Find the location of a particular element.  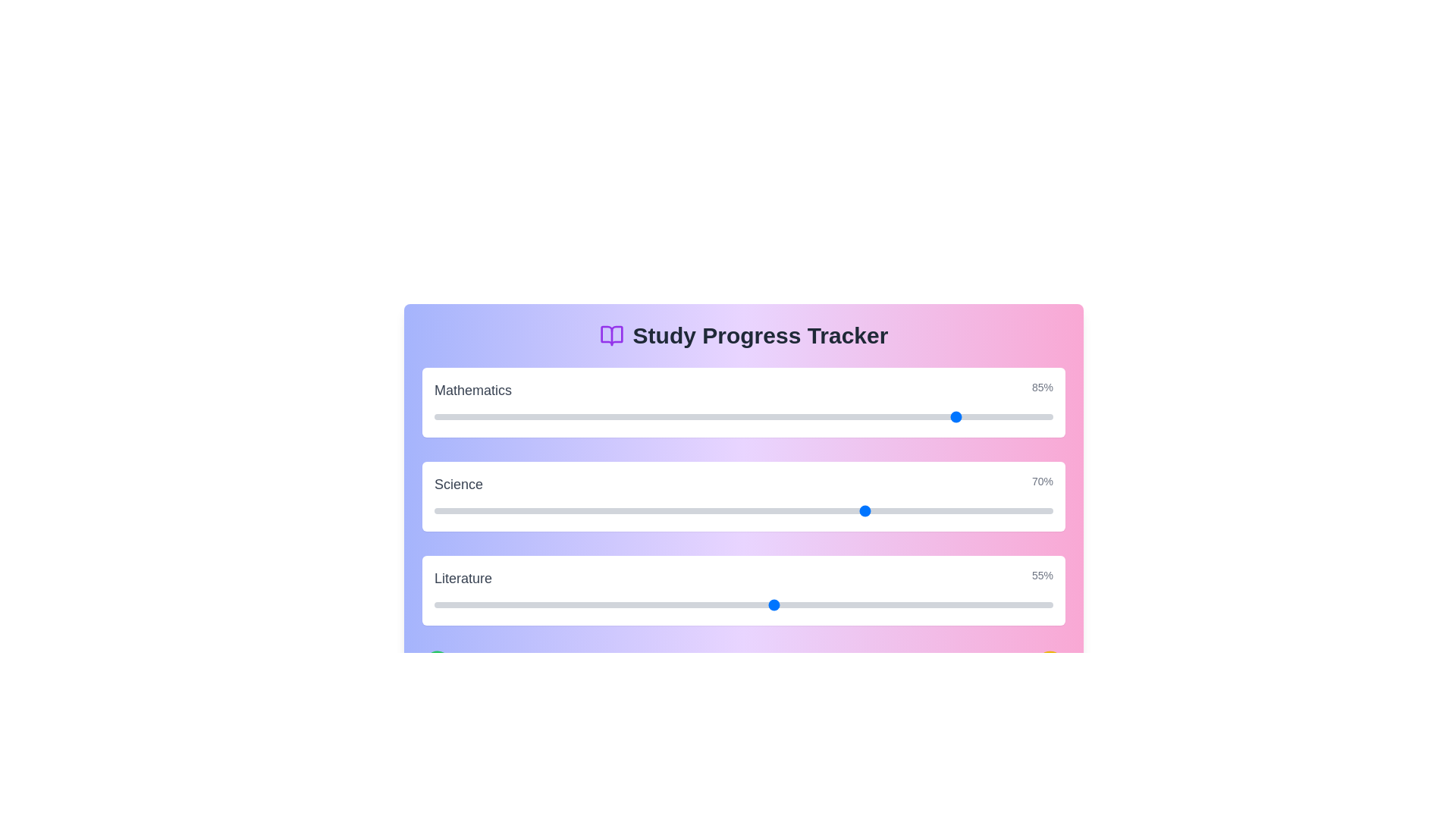

the Literature progress slider to 3% is located at coordinates (452, 604).